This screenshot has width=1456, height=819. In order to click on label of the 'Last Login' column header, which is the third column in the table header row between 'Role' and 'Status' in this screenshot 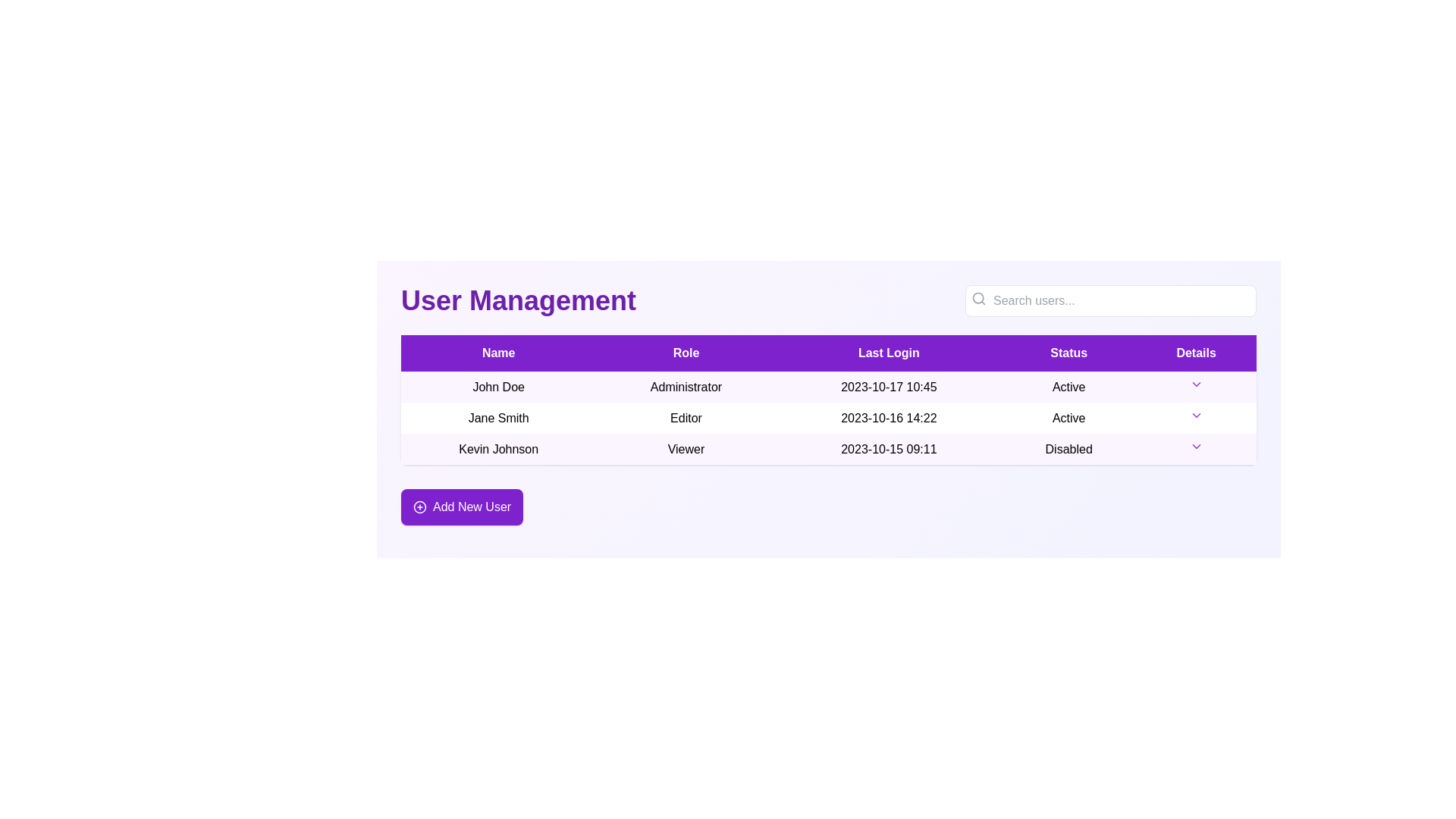, I will do `click(889, 353)`.